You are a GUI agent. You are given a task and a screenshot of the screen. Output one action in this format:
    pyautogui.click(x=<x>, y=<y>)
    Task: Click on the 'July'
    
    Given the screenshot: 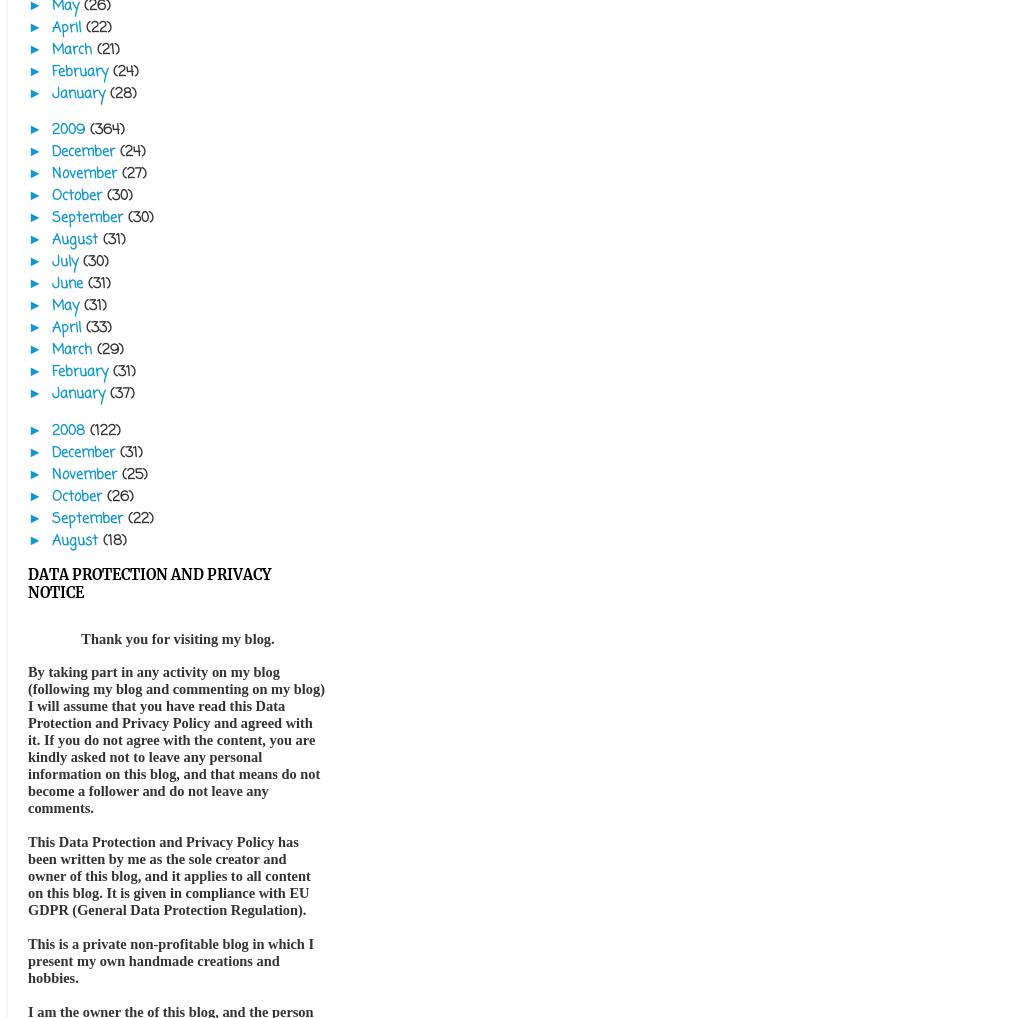 What is the action you would take?
    pyautogui.click(x=66, y=262)
    